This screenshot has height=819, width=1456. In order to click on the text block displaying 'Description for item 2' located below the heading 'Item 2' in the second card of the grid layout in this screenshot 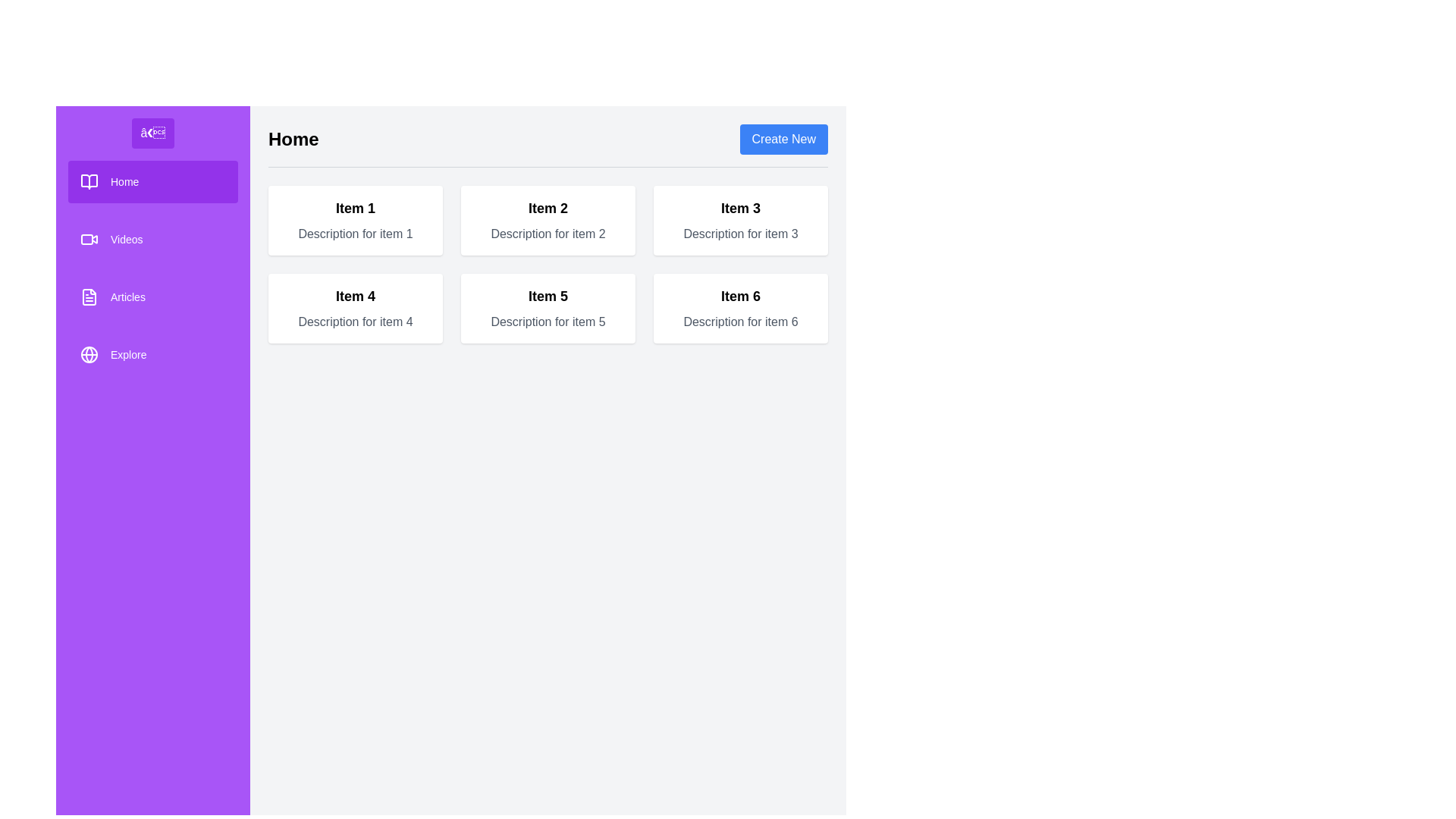, I will do `click(548, 234)`.